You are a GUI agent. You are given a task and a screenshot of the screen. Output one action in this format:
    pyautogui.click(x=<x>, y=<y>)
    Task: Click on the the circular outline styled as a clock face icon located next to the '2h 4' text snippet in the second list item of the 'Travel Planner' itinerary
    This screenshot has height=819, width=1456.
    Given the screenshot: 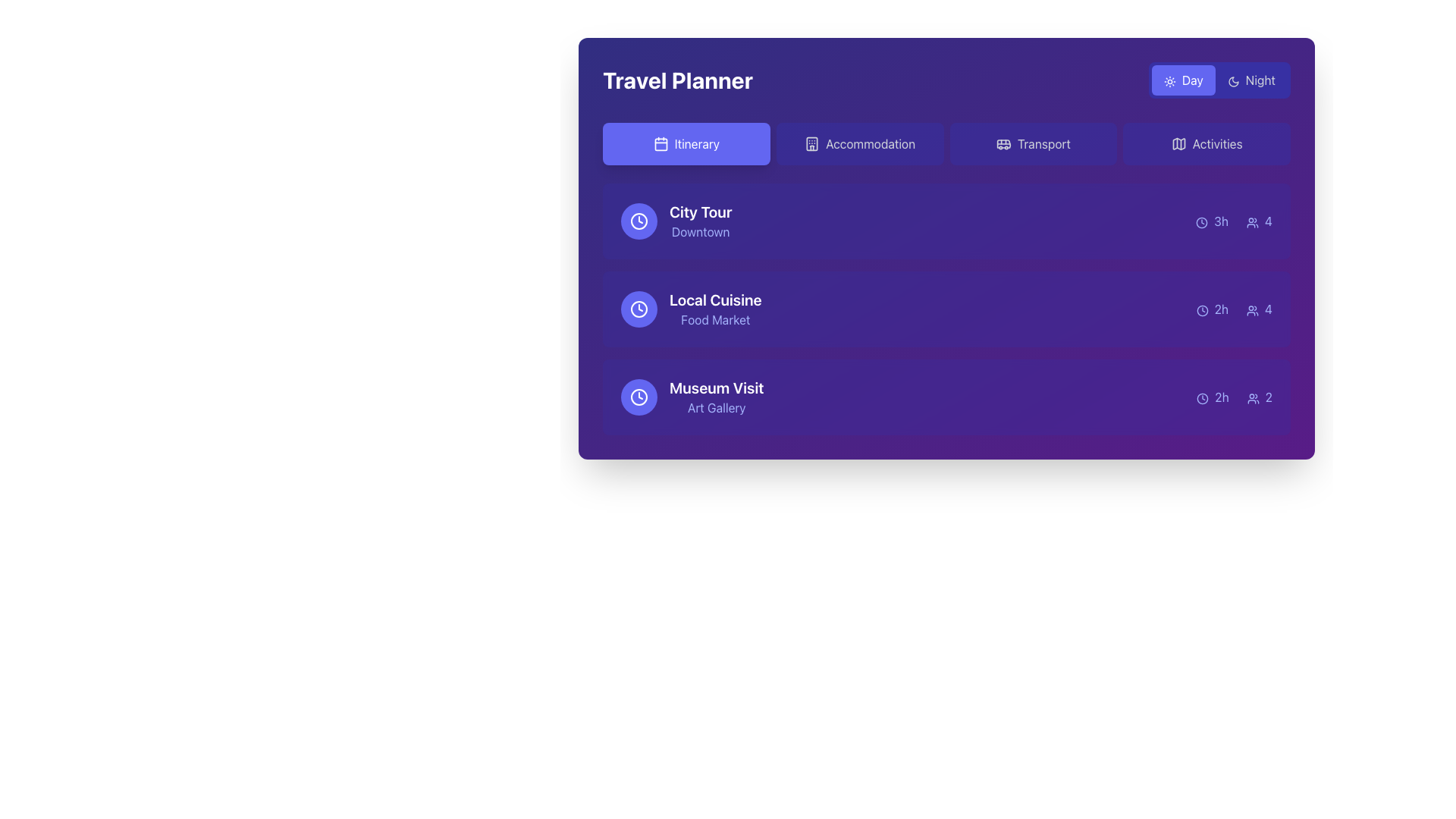 What is the action you would take?
    pyautogui.click(x=1201, y=309)
    